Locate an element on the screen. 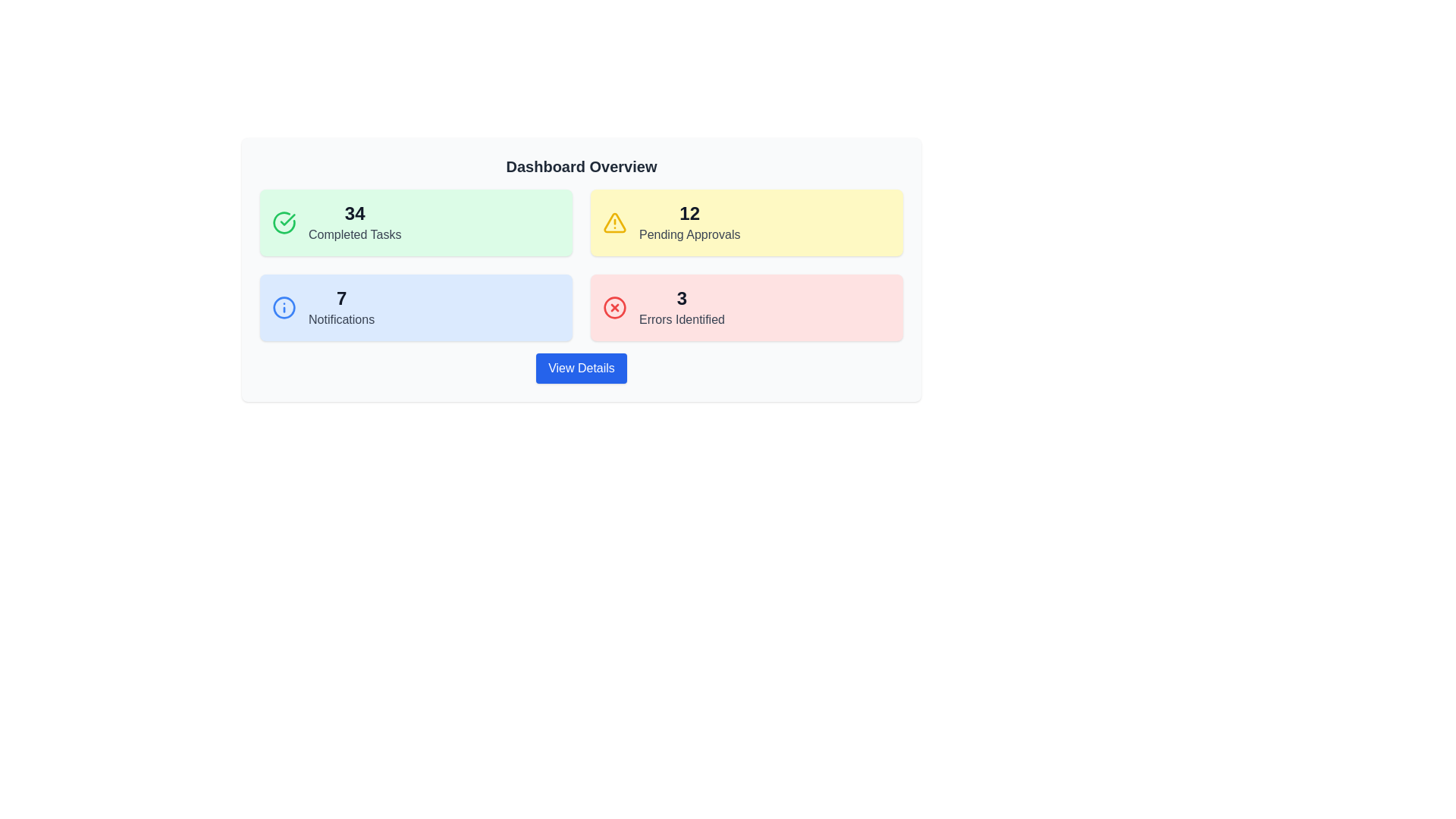 Image resolution: width=1456 pixels, height=819 pixels. the text label displaying 'Errors Identified,' which is styled in gray and located below the number '3' in a red box on the bottom-right side of the dashboard summary section is located at coordinates (681, 318).